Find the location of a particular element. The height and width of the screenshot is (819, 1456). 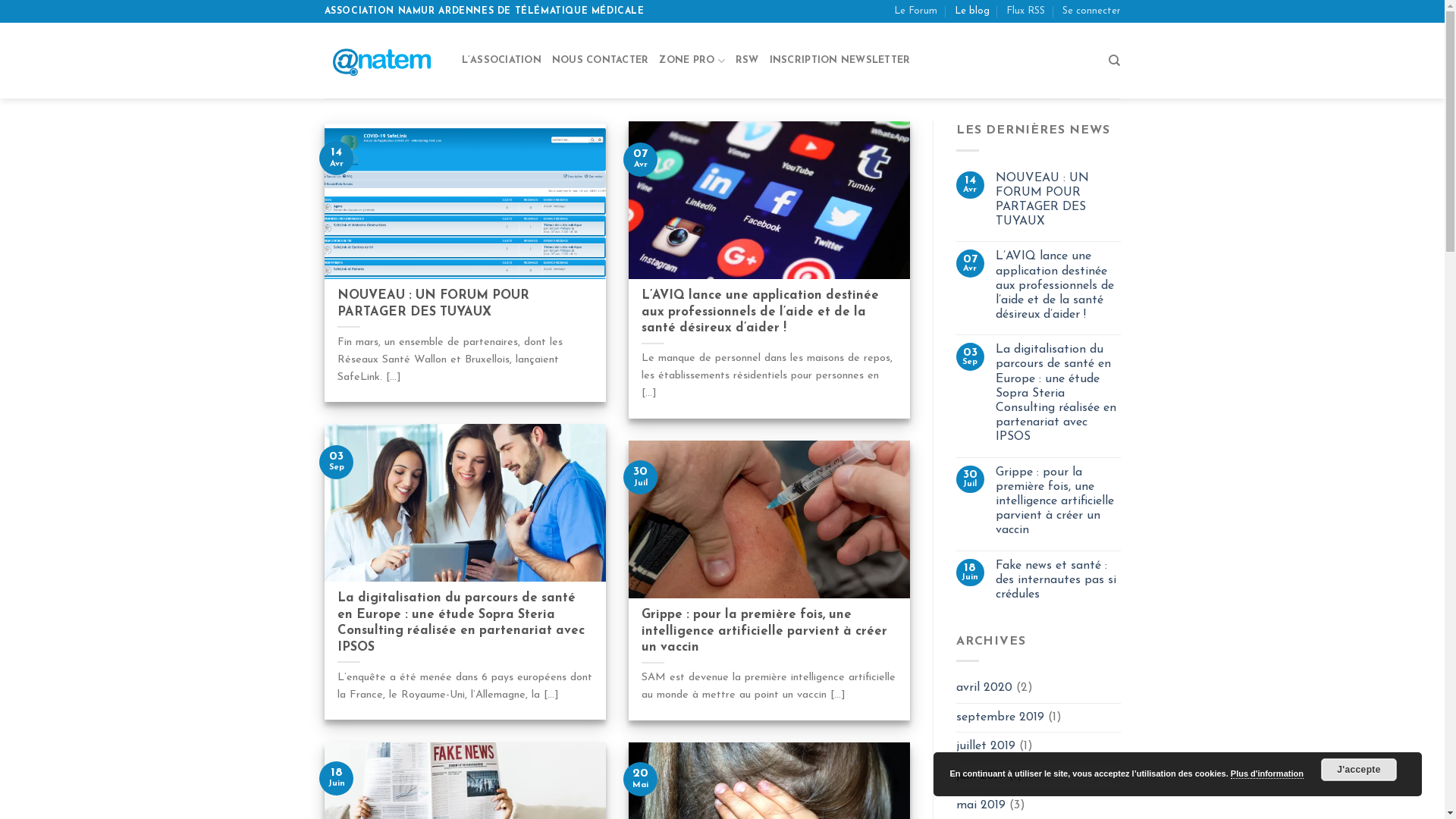

'Plus d'information' is located at coordinates (1266, 773).